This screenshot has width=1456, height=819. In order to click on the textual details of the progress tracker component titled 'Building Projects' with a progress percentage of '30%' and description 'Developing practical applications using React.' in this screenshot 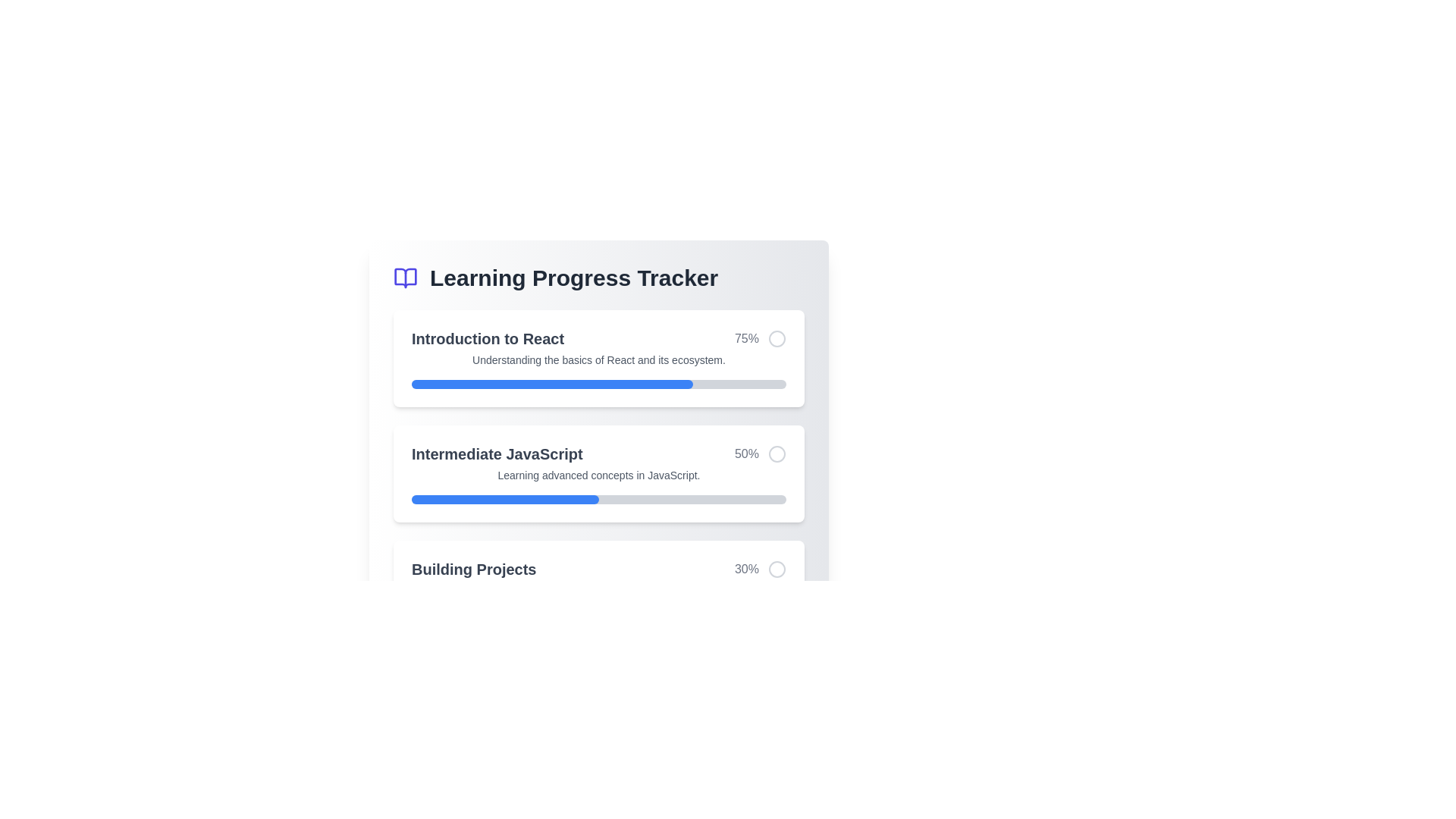, I will do `click(598, 588)`.